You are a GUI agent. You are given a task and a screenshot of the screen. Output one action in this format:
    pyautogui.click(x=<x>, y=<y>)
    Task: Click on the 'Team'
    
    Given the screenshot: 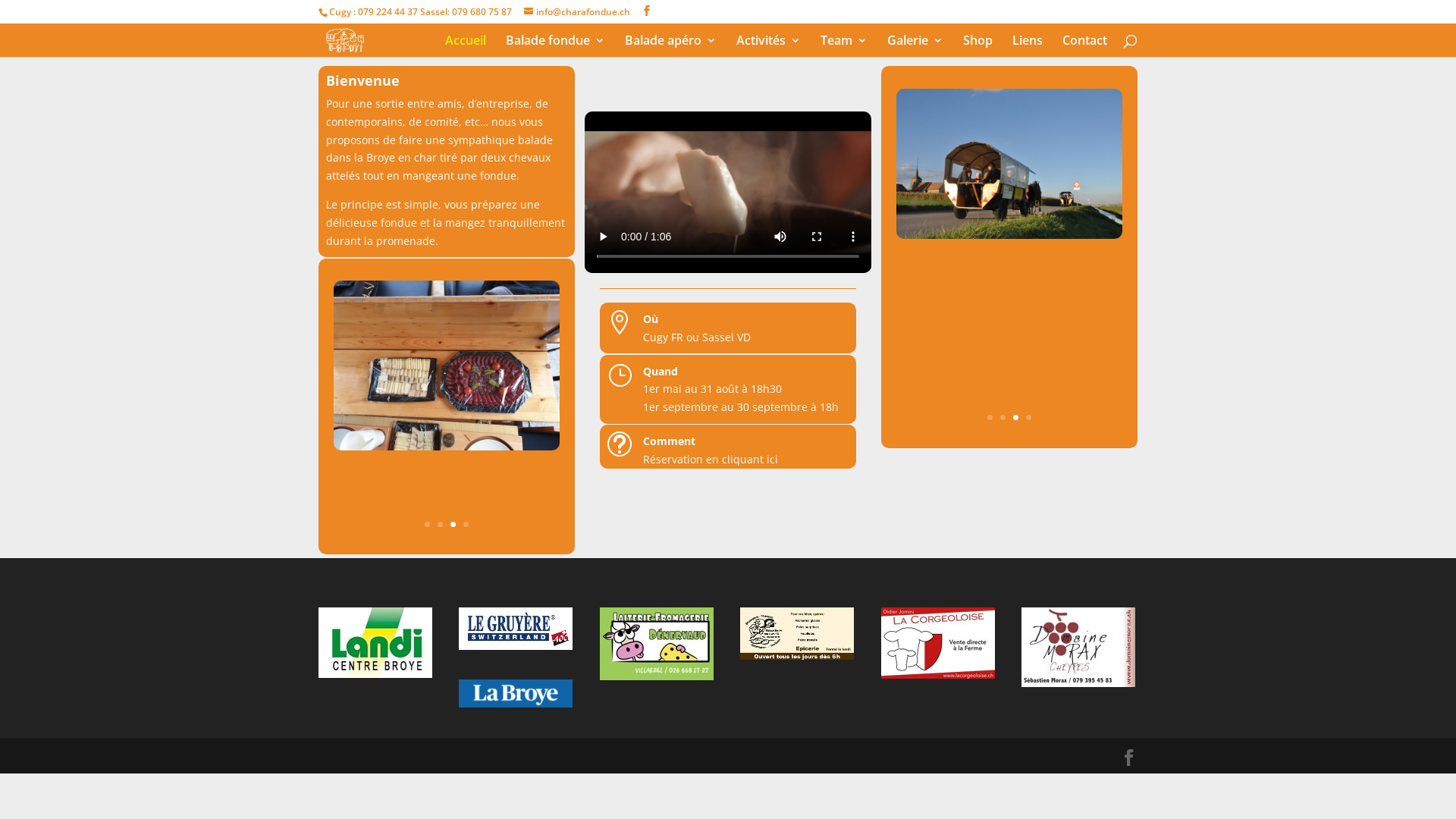 What is the action you would take?
    pyautogui.click(x=843, y=45)
    